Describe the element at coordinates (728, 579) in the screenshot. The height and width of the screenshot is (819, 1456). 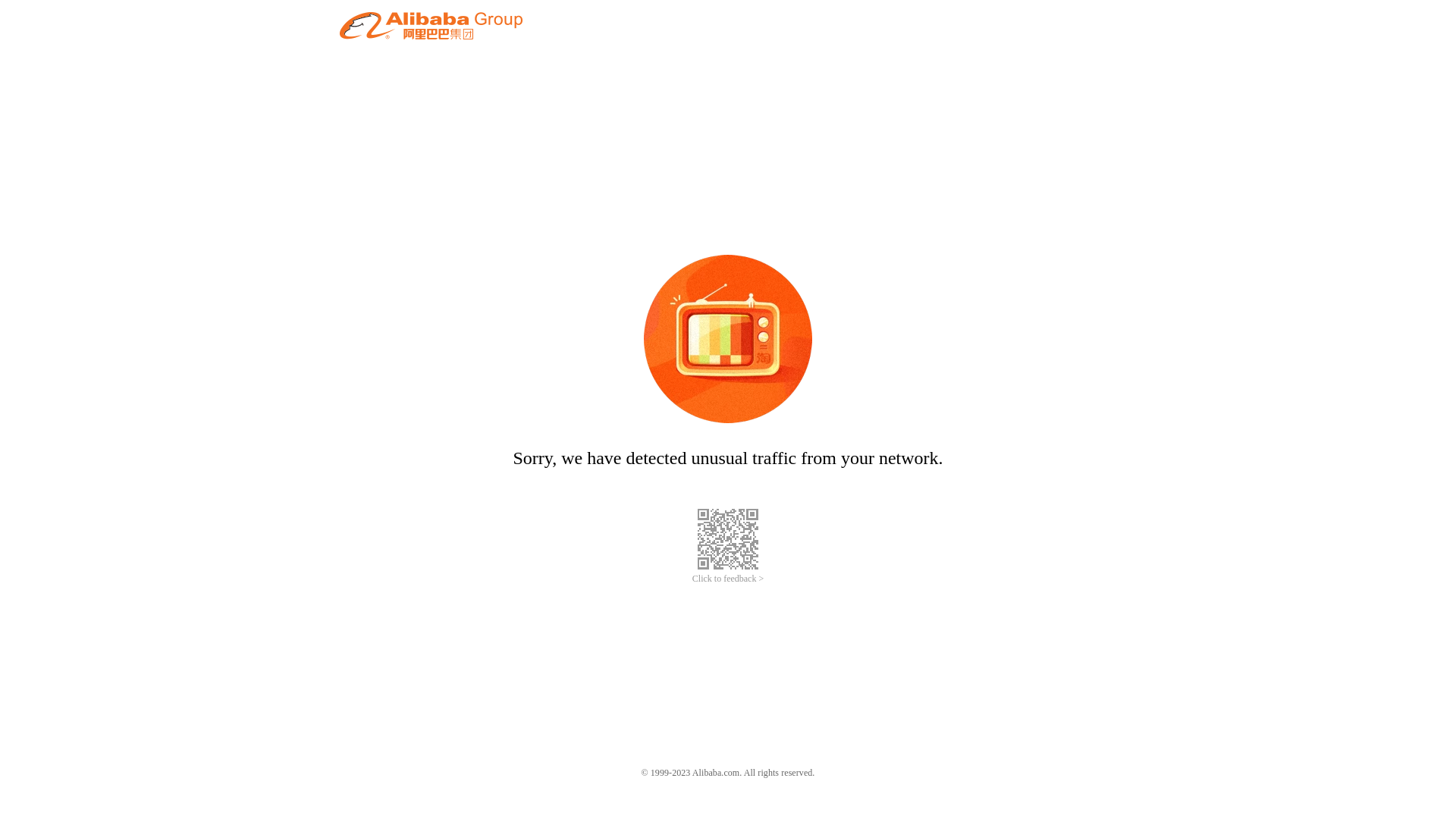
I see `'Click to feedback >'` at that location.